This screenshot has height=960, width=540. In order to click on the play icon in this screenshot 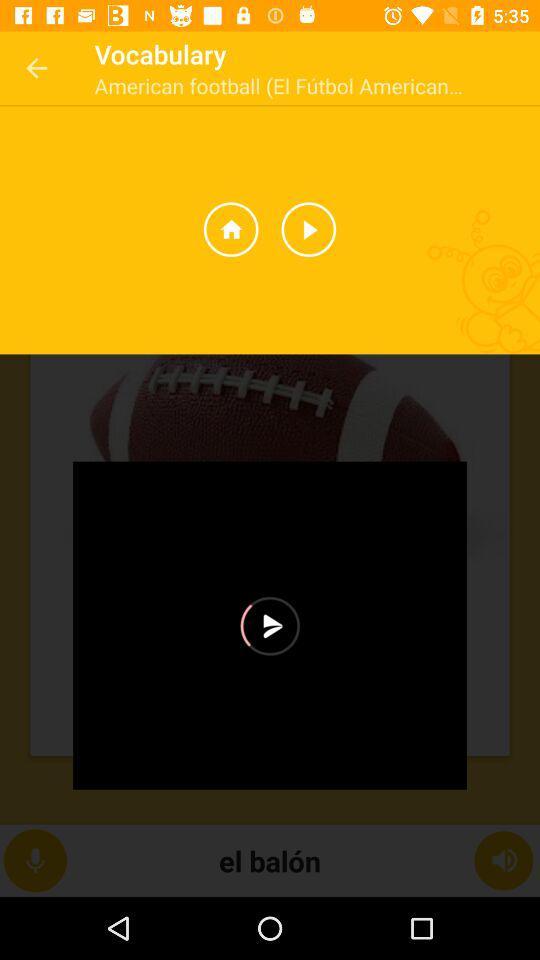, I will do `click(308, 229)`.